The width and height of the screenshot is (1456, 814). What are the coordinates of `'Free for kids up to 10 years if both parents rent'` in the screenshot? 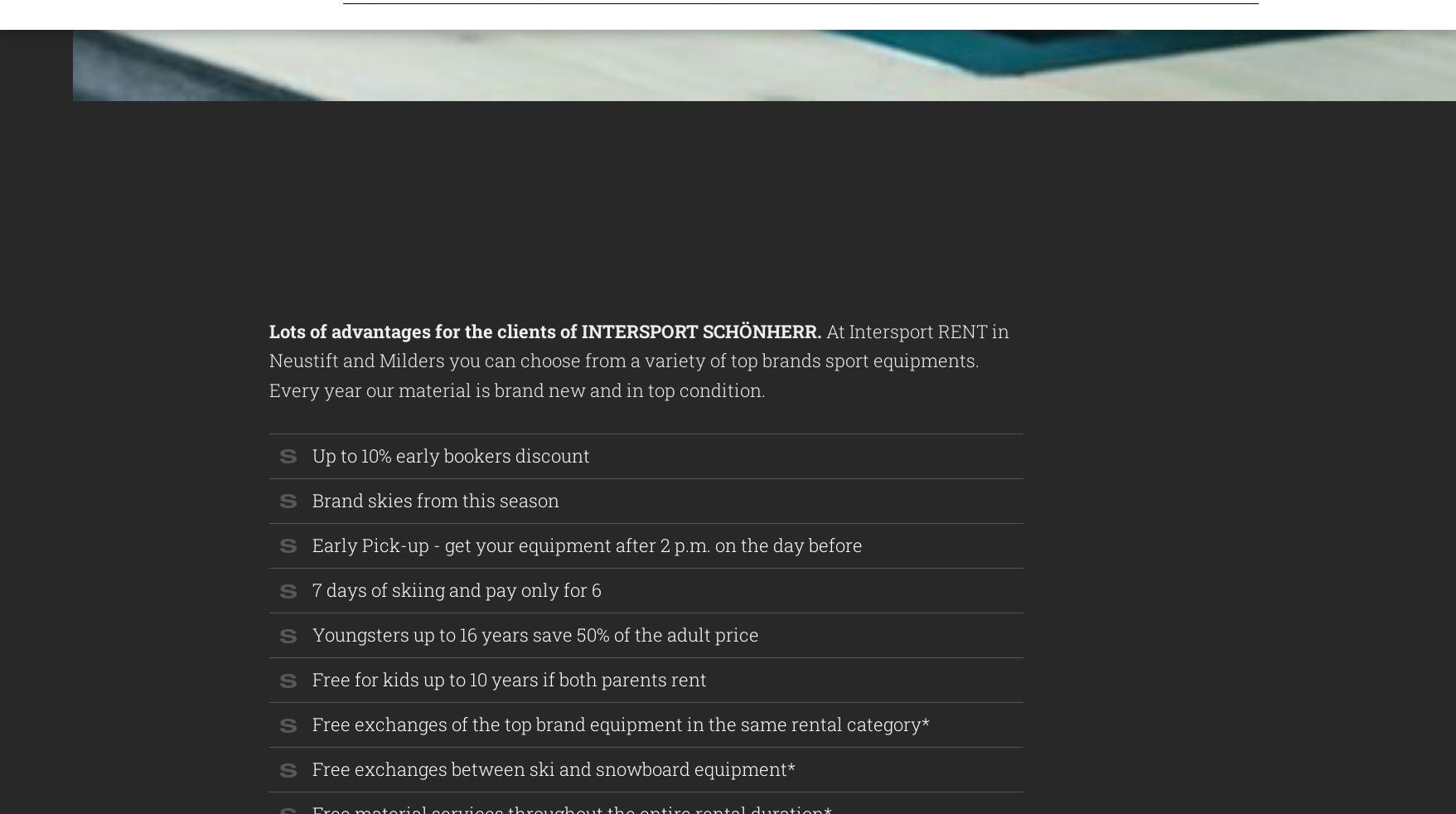 It's located at (509, 679).